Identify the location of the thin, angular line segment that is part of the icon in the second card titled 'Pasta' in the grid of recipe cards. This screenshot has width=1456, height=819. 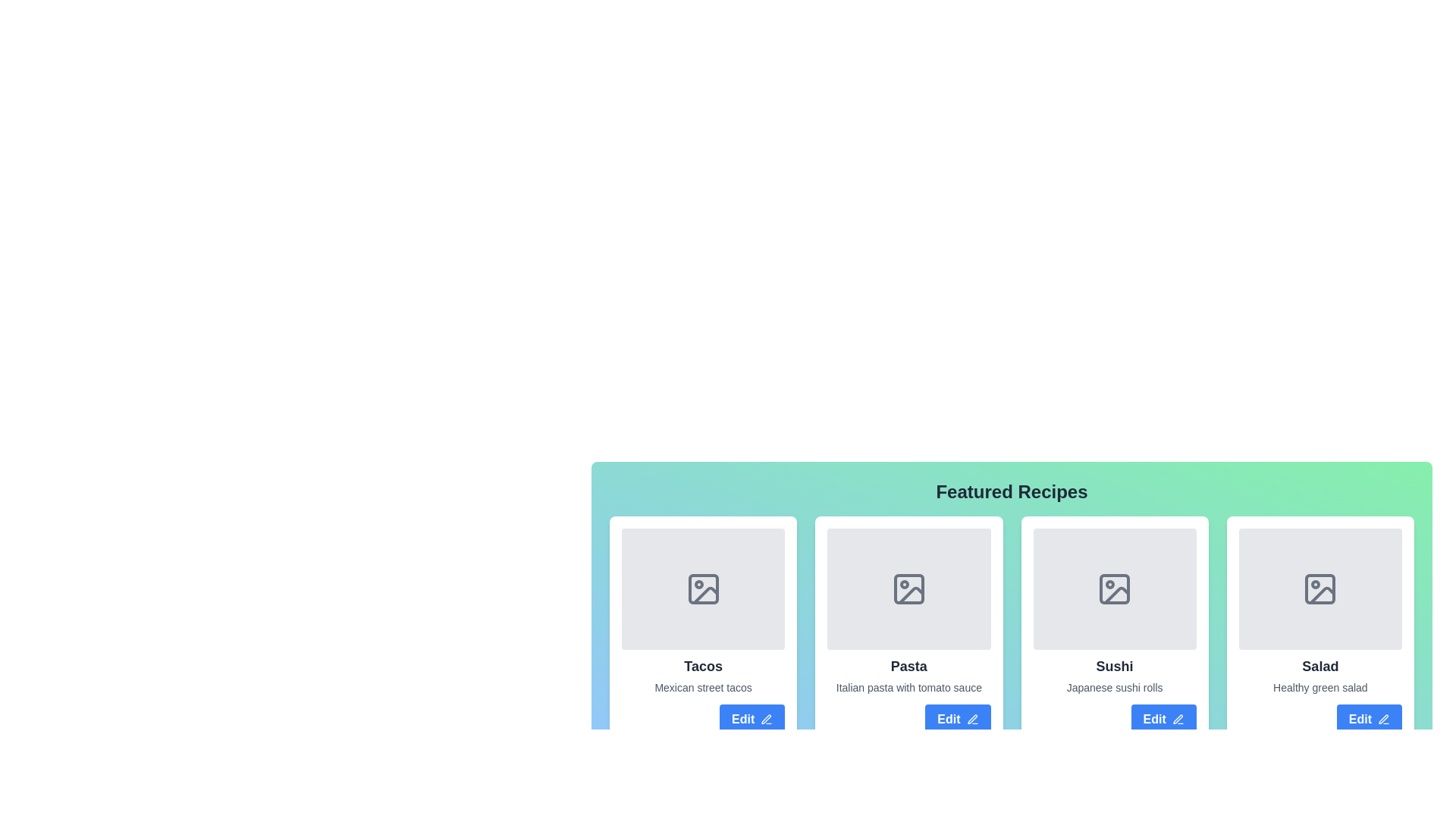
(910, 595).